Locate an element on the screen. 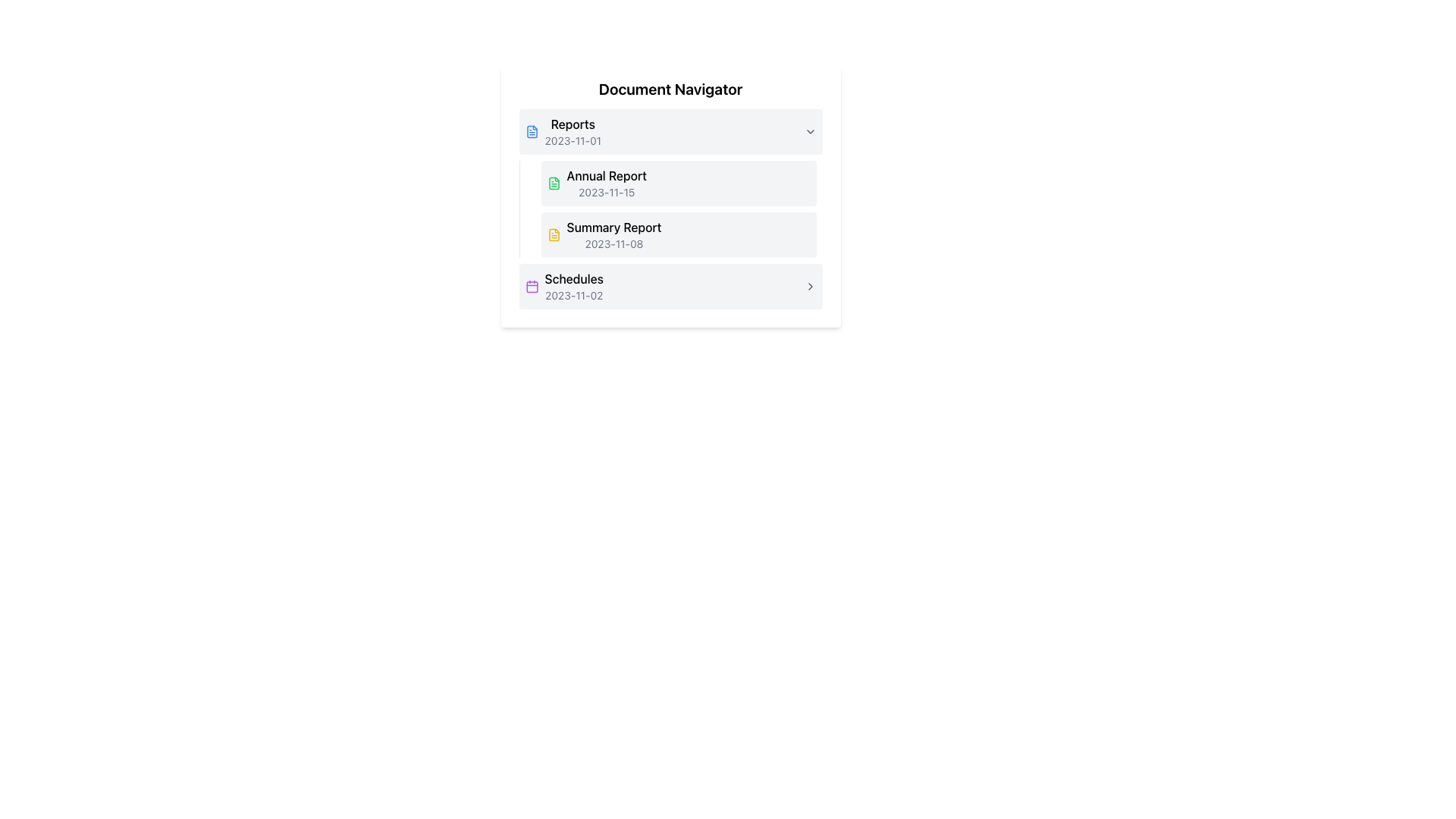 This screenshot has width=1456, height=819. the text label displaying the date '2023-11-01', which is positioned directly beneath the 'Reports' label in the Document Navigator is located at coordinates (572, 140).